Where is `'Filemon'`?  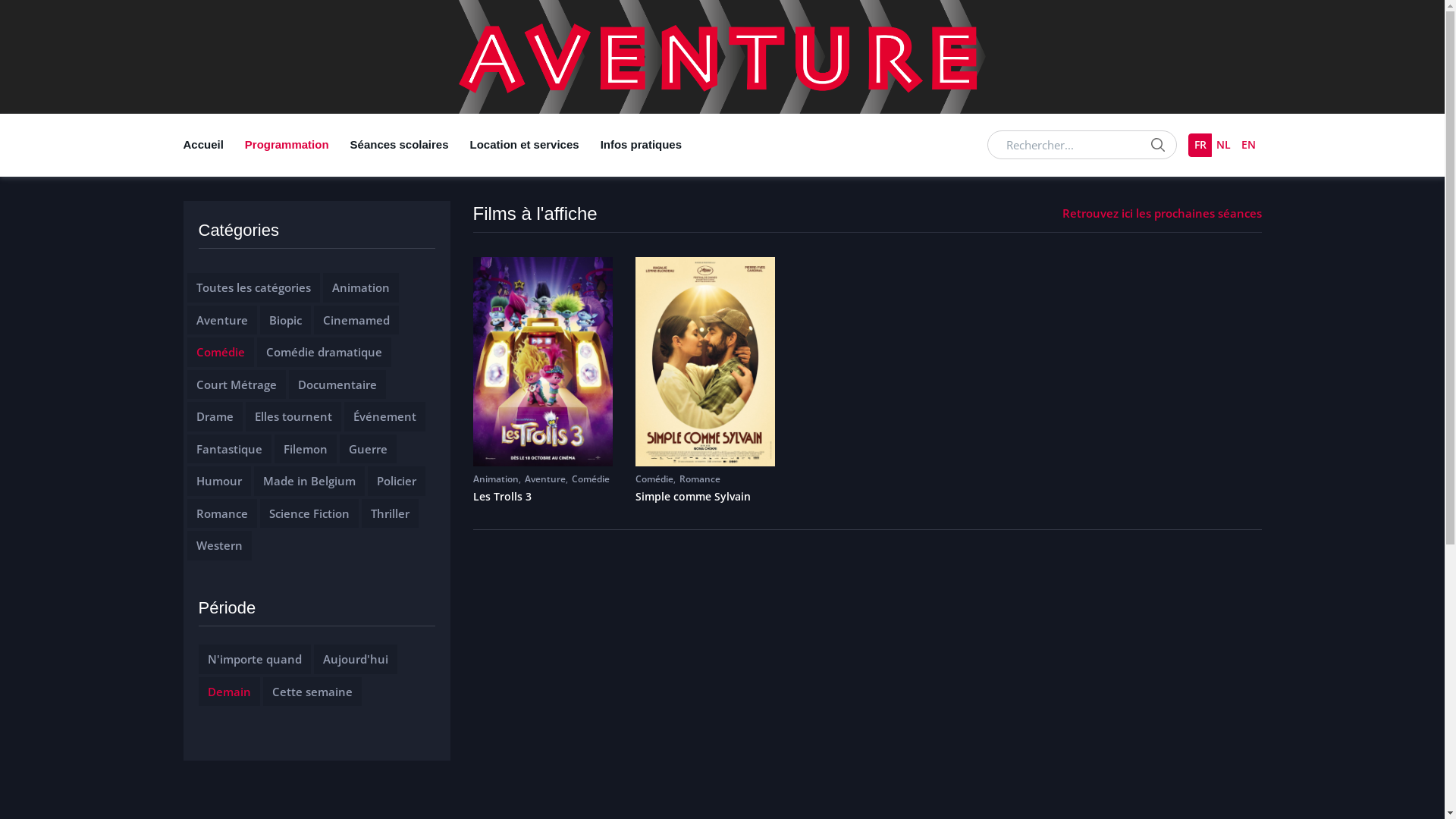
'Filemon' is located at coordinates (305, 447).